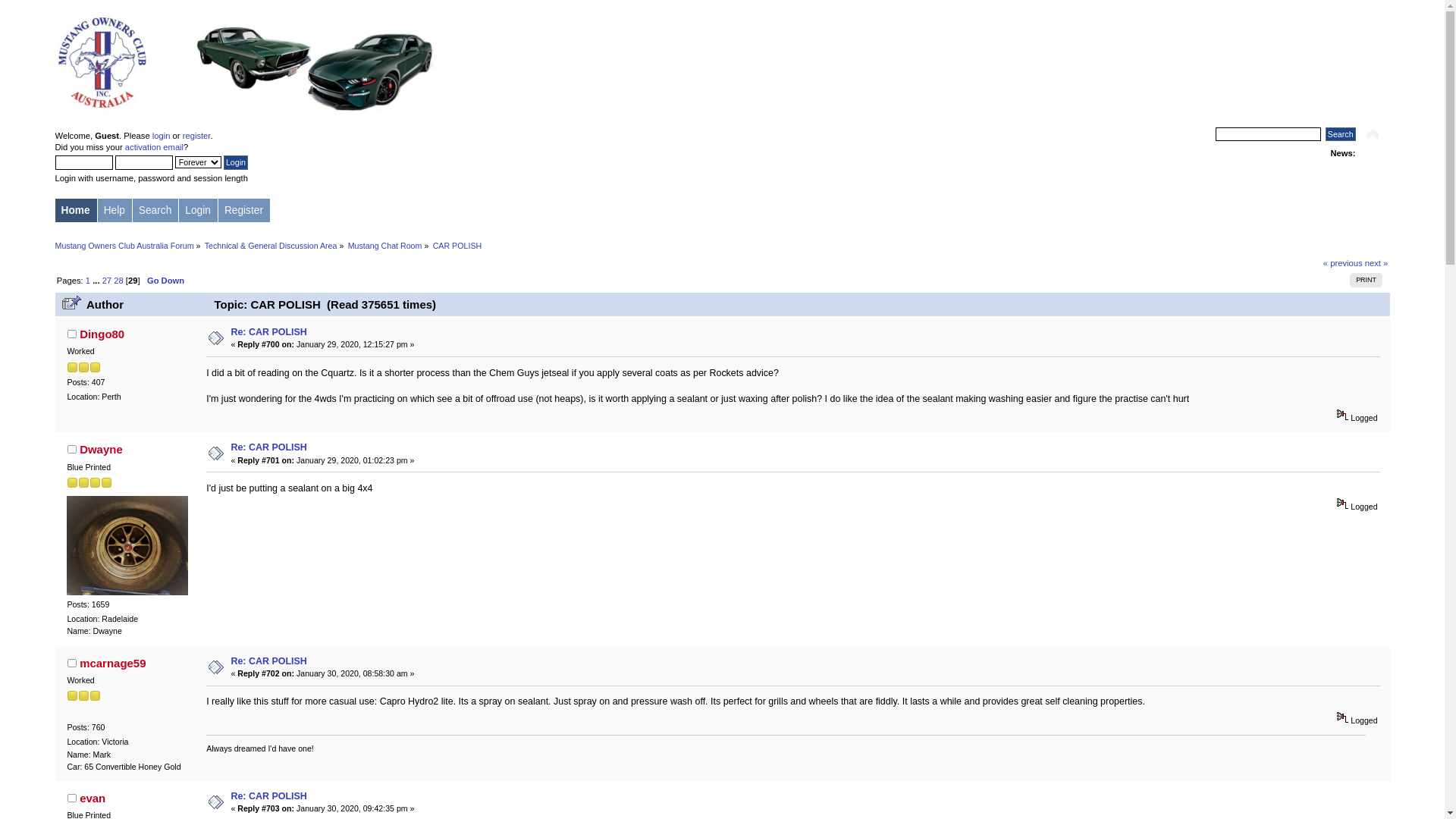 This screenshot has width=1456, height=819. Describe the element at coordinates (1350, 280) in the screenshot. I see `'PRINT'` at that location.